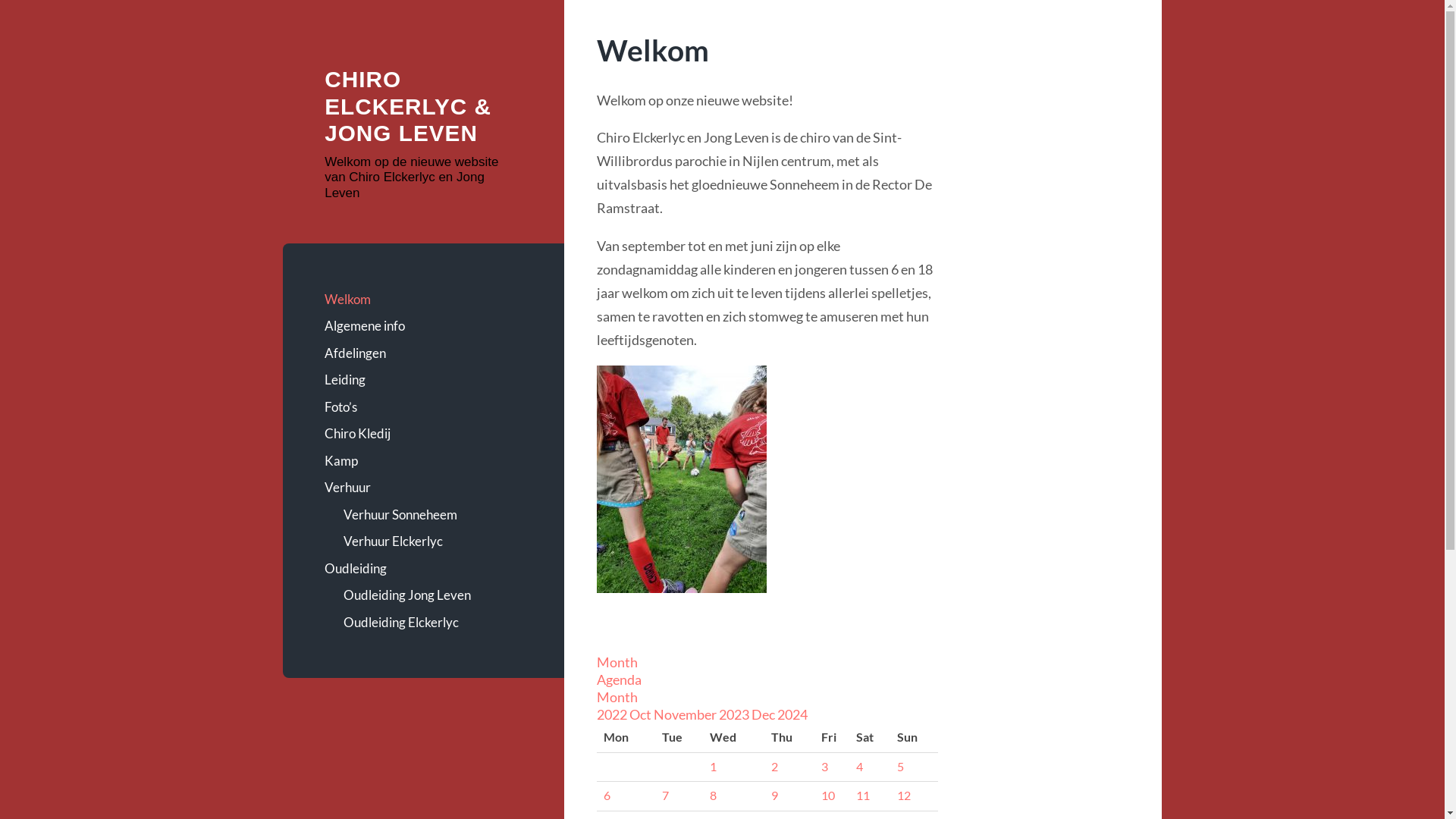  What do you see at coordinates (774, 795) in the screenshot?
I see `'9'` at bounding box center [774, 795].